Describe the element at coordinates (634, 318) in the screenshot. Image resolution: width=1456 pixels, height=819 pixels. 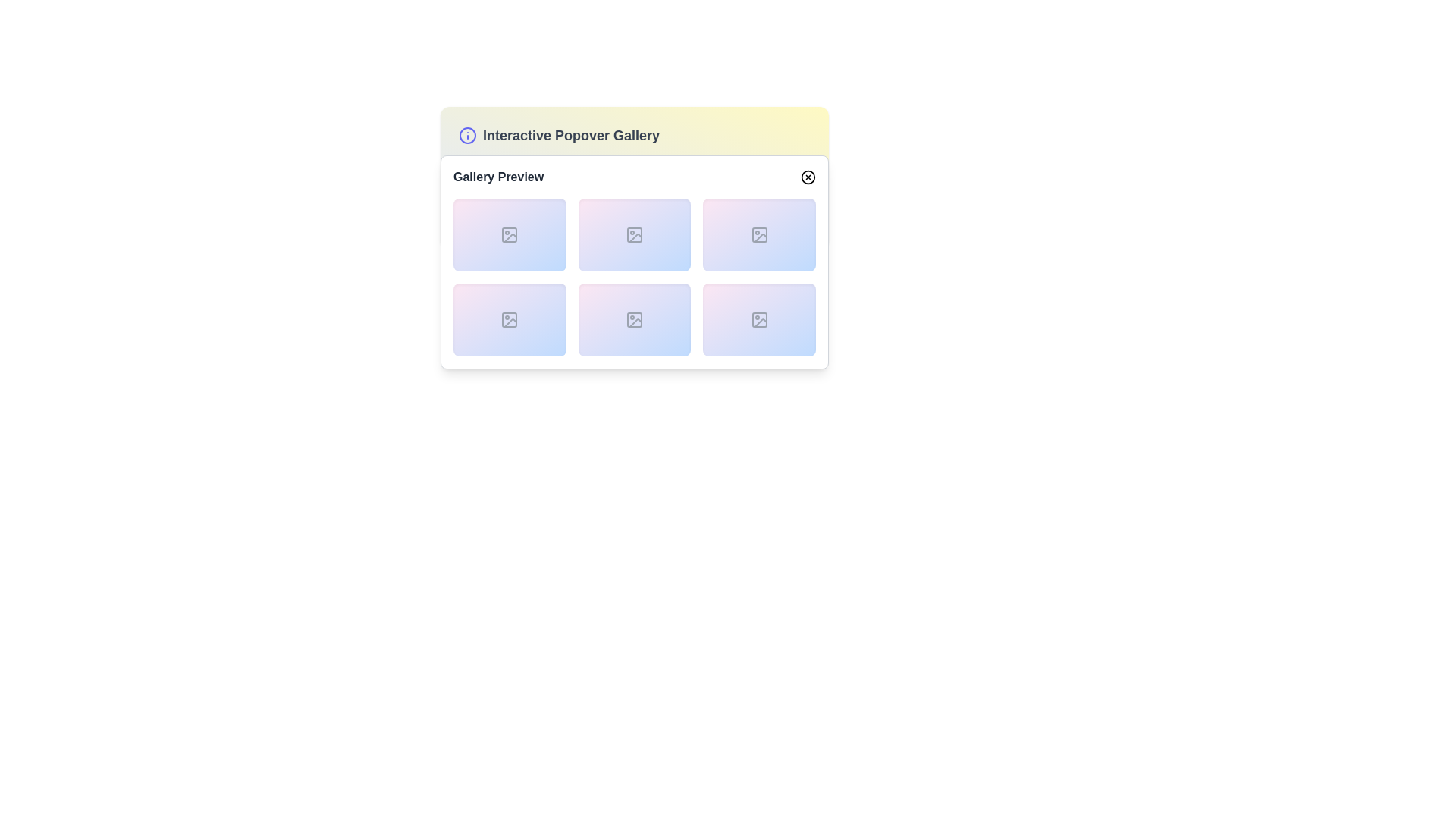
I see `the image placeholder located in the second row and middle column of the 3x2 grid layout within the 'Interactive Popover Gallery' modal to interact with it` at that location.